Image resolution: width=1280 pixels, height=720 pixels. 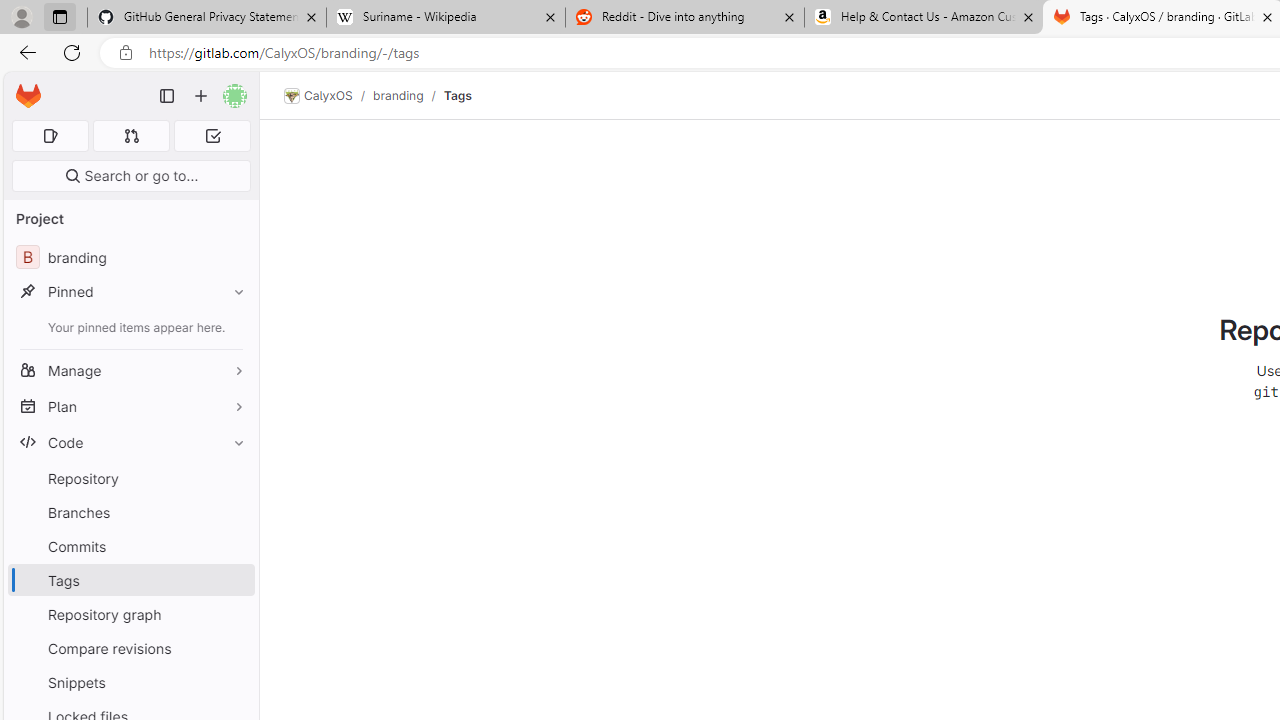 I want to click on 'Suriname - Wikipedia', so click(x=444, y=17).